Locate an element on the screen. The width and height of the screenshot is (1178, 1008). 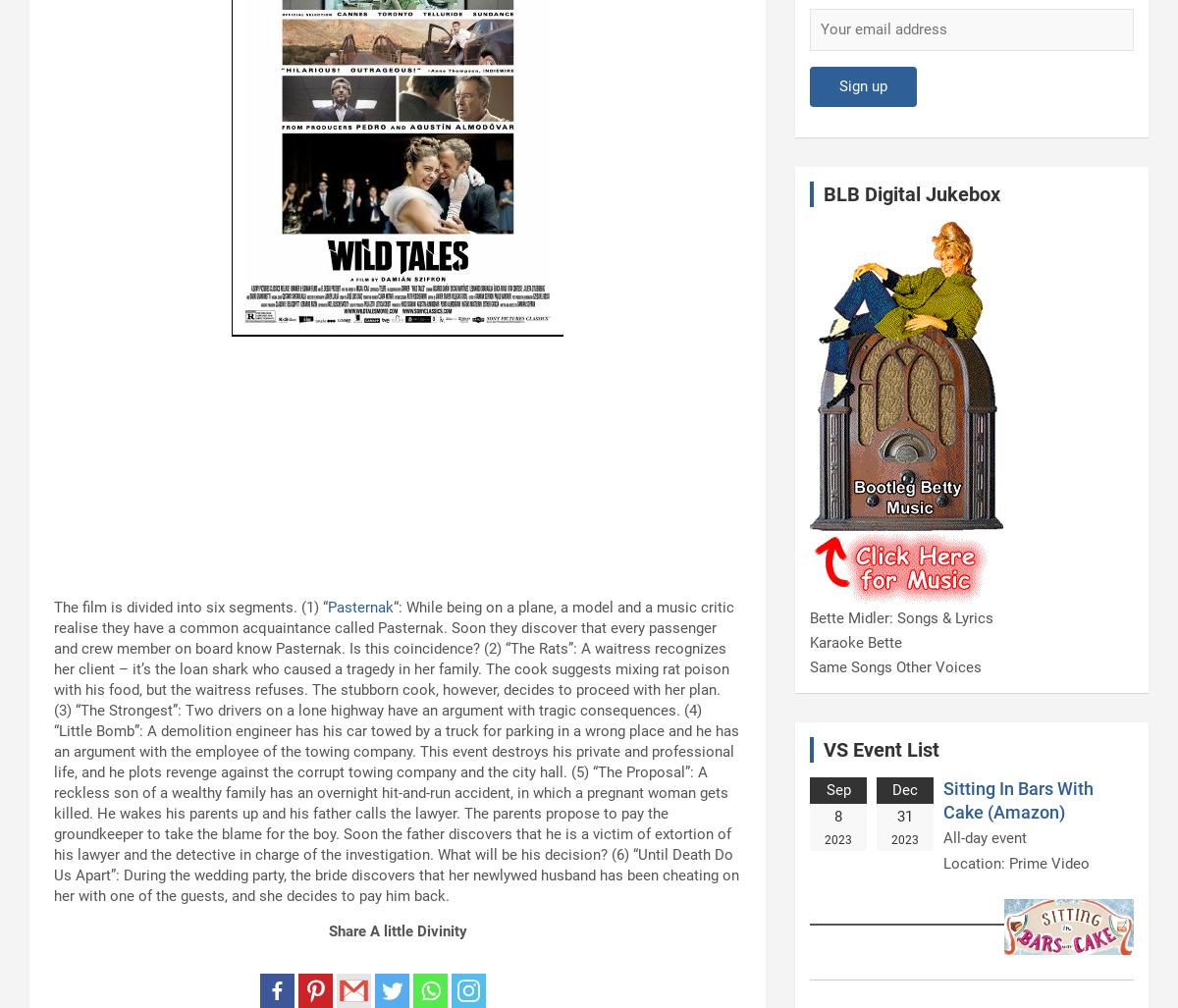
'Prime Video' is located at coordinates (1047, 863).